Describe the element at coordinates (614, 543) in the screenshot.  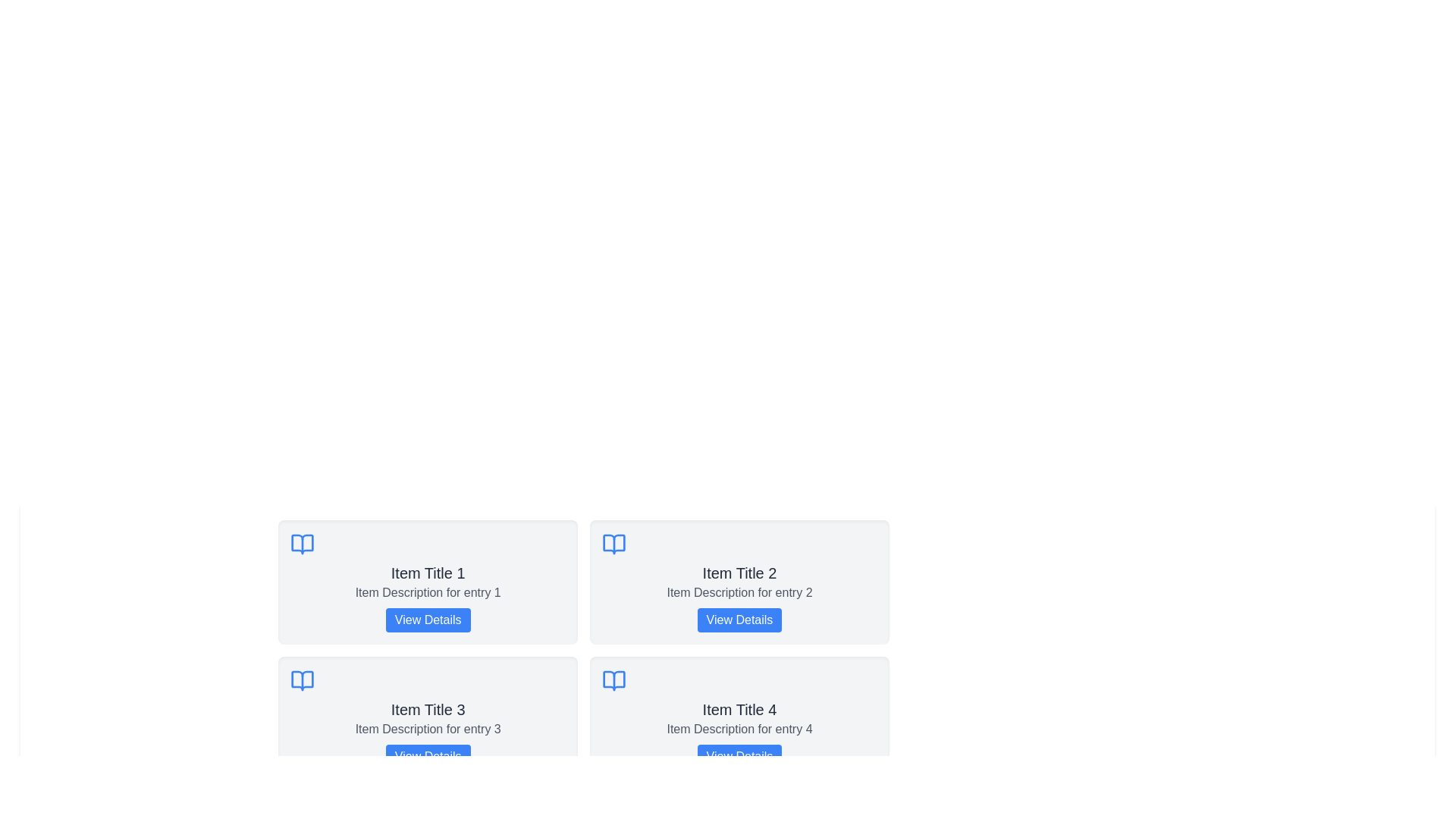
I see `the icon located at the top-left corner of the card titled 'Item Title 2', which visually represents the content related to a book or documentation` at that location.